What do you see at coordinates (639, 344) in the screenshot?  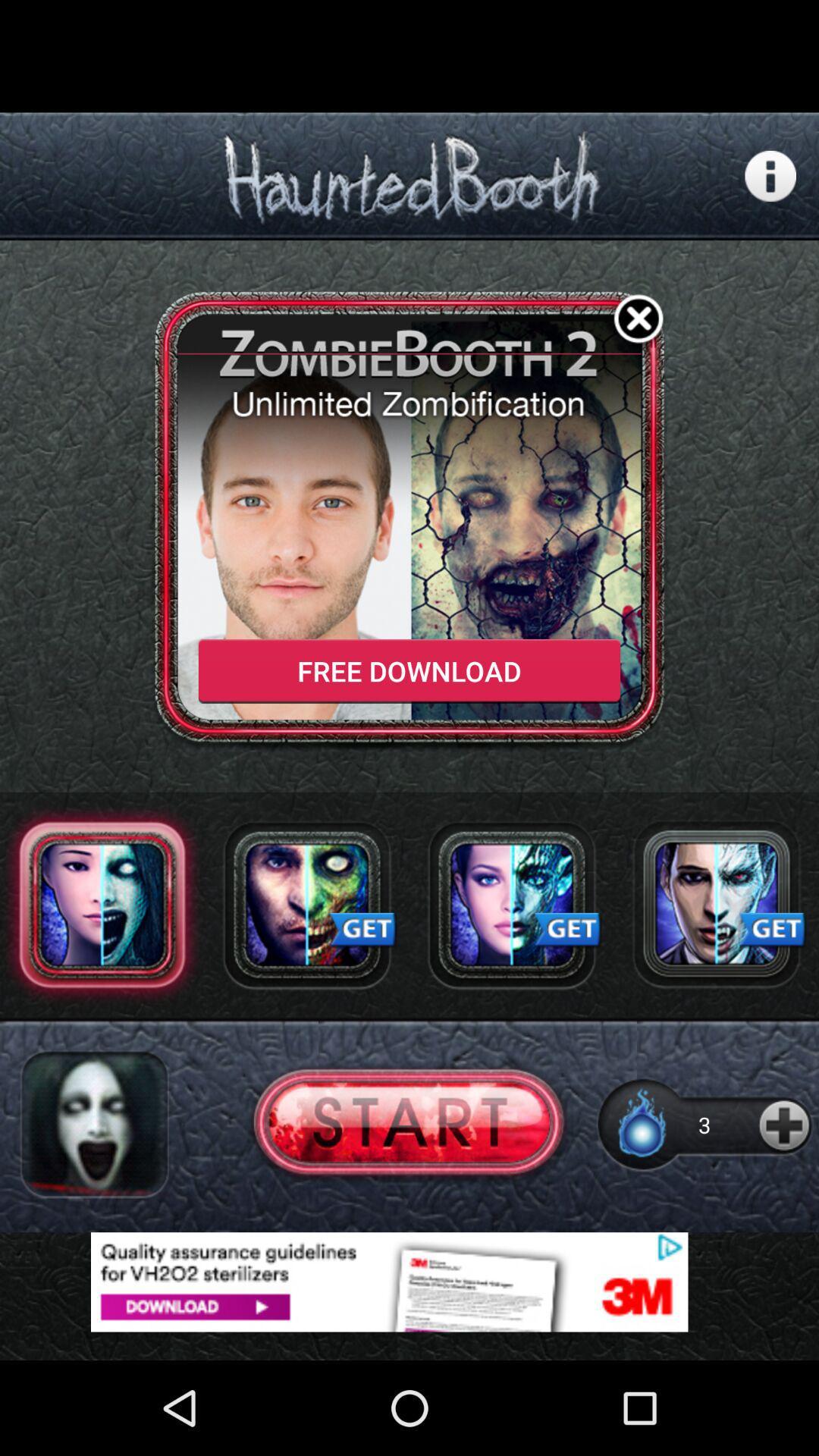 I see `the close icon` at bounding box center [639, 344].